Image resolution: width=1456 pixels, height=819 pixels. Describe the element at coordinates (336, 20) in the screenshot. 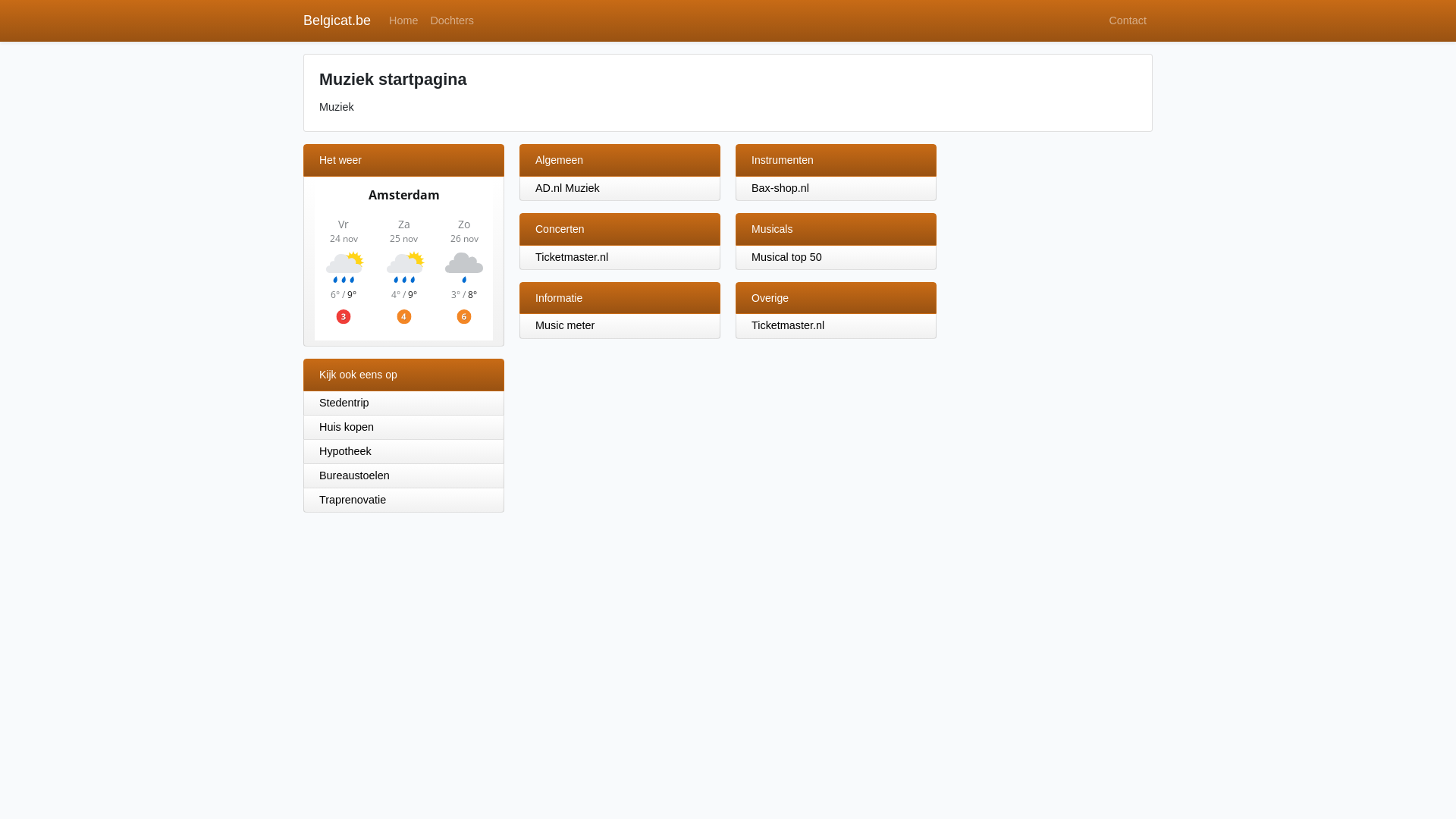

I see `'Belgicat.be'` at that location.